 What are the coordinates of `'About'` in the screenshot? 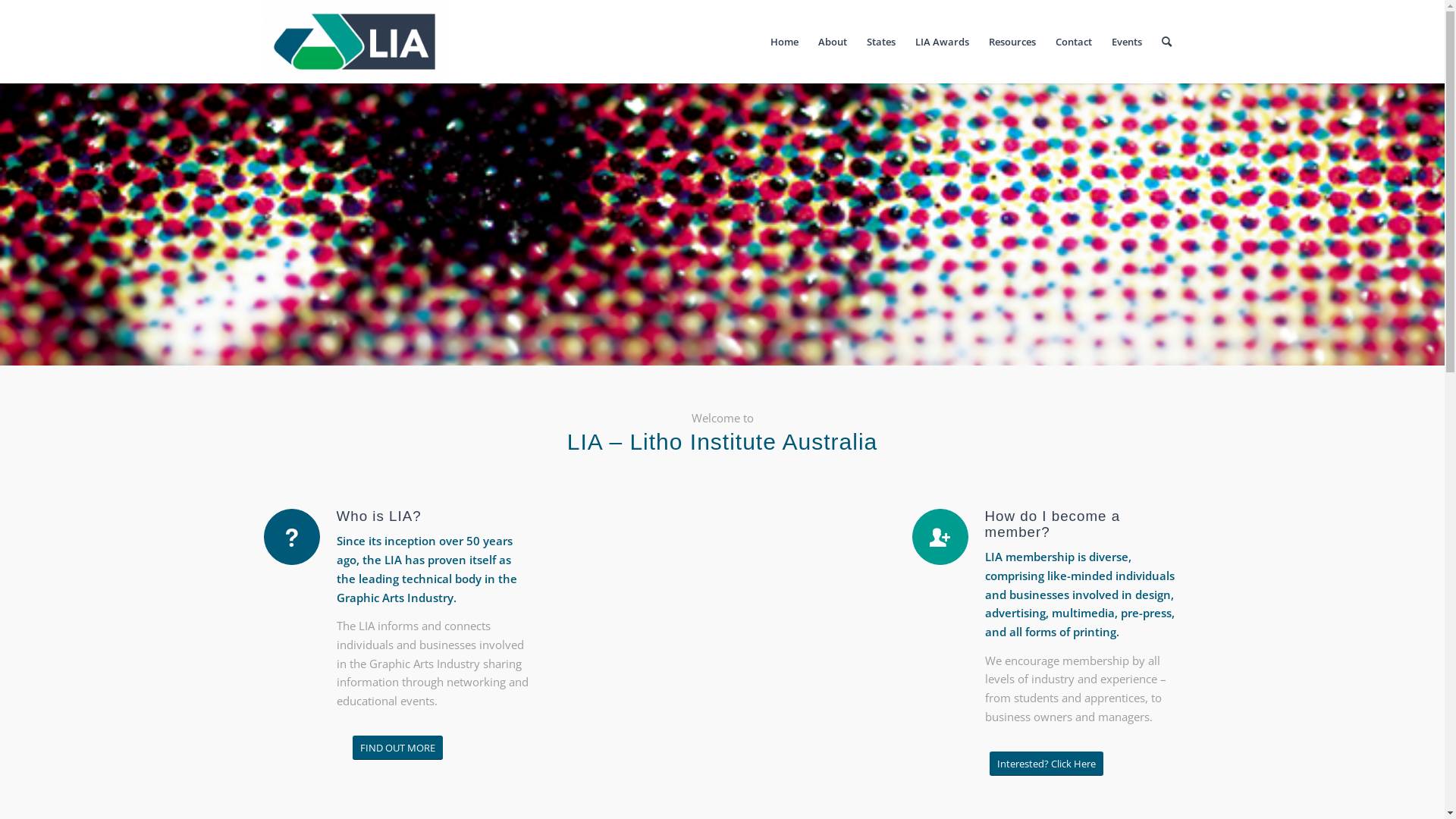 It's located at (832, 40).